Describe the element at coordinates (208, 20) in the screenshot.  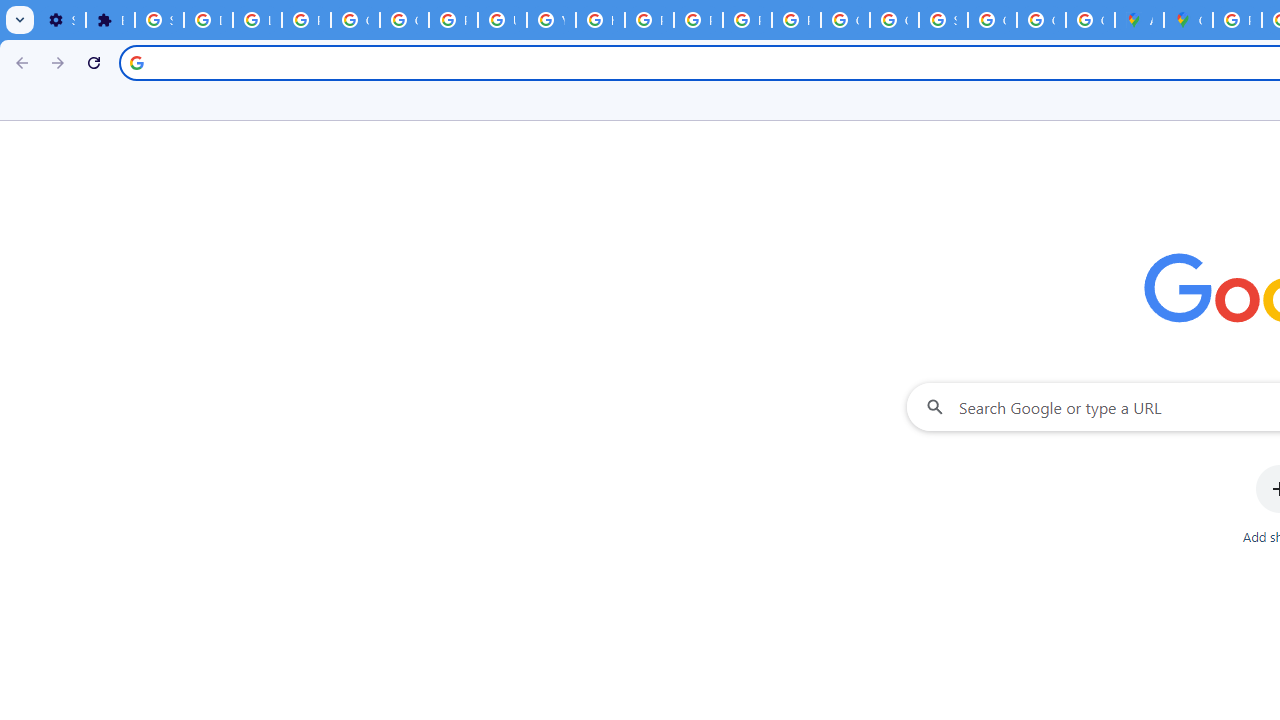
I see `'Delete photos & videos - Computer - Google Photos Help'` at that location.